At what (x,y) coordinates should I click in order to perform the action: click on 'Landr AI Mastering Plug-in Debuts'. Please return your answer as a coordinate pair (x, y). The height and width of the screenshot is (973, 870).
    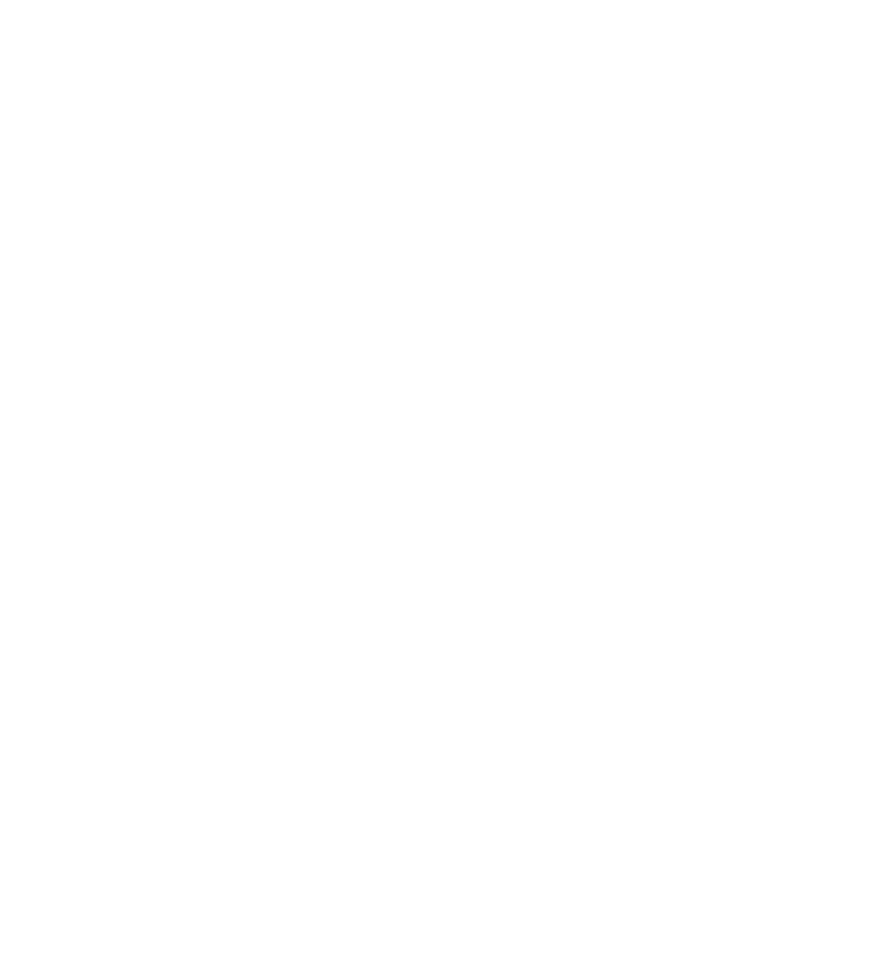
    Looking at the image, I should click on (302, 792).